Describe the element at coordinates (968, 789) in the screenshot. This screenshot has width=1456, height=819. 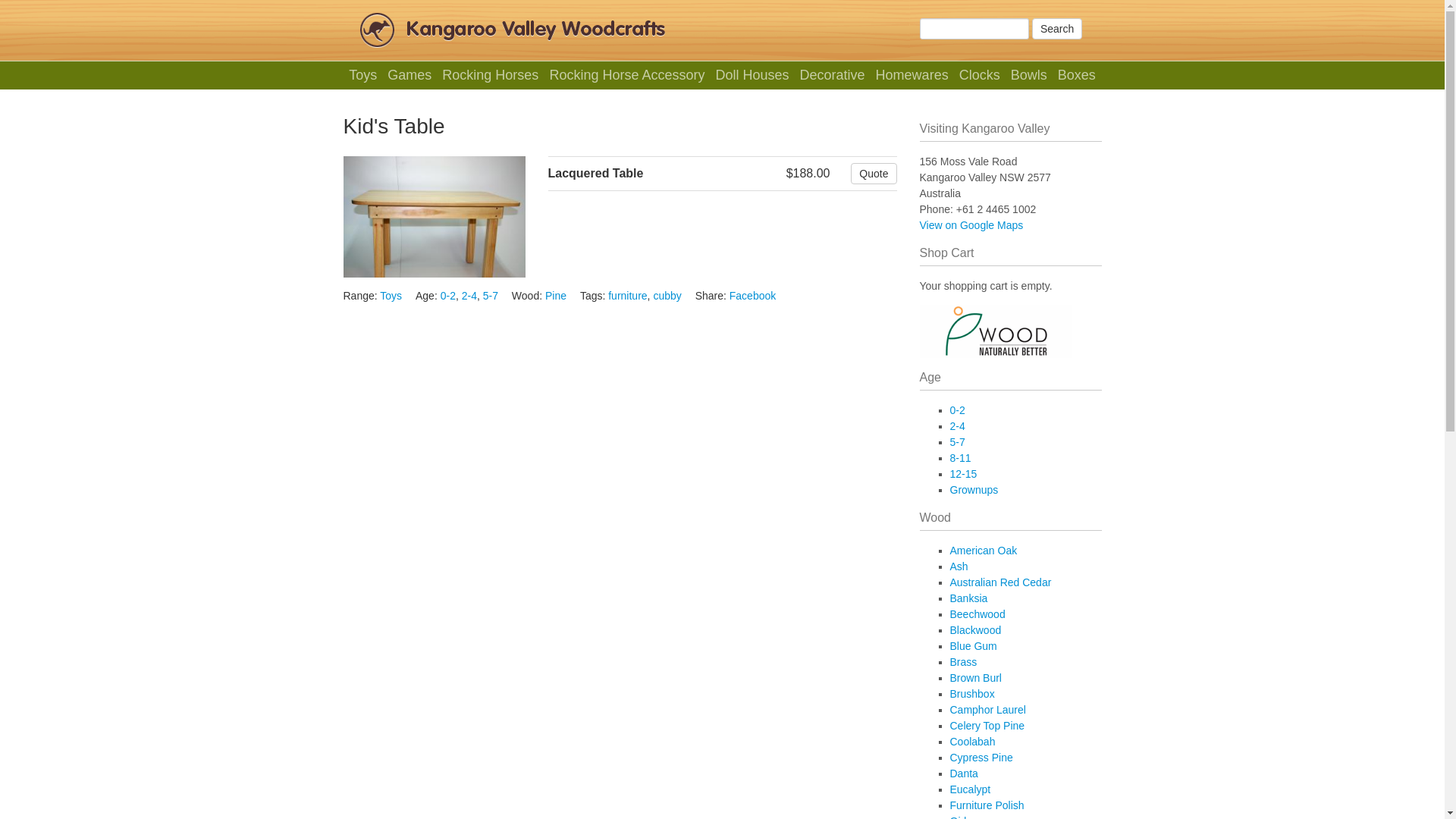
I see `'Eucalypt'` at that location.